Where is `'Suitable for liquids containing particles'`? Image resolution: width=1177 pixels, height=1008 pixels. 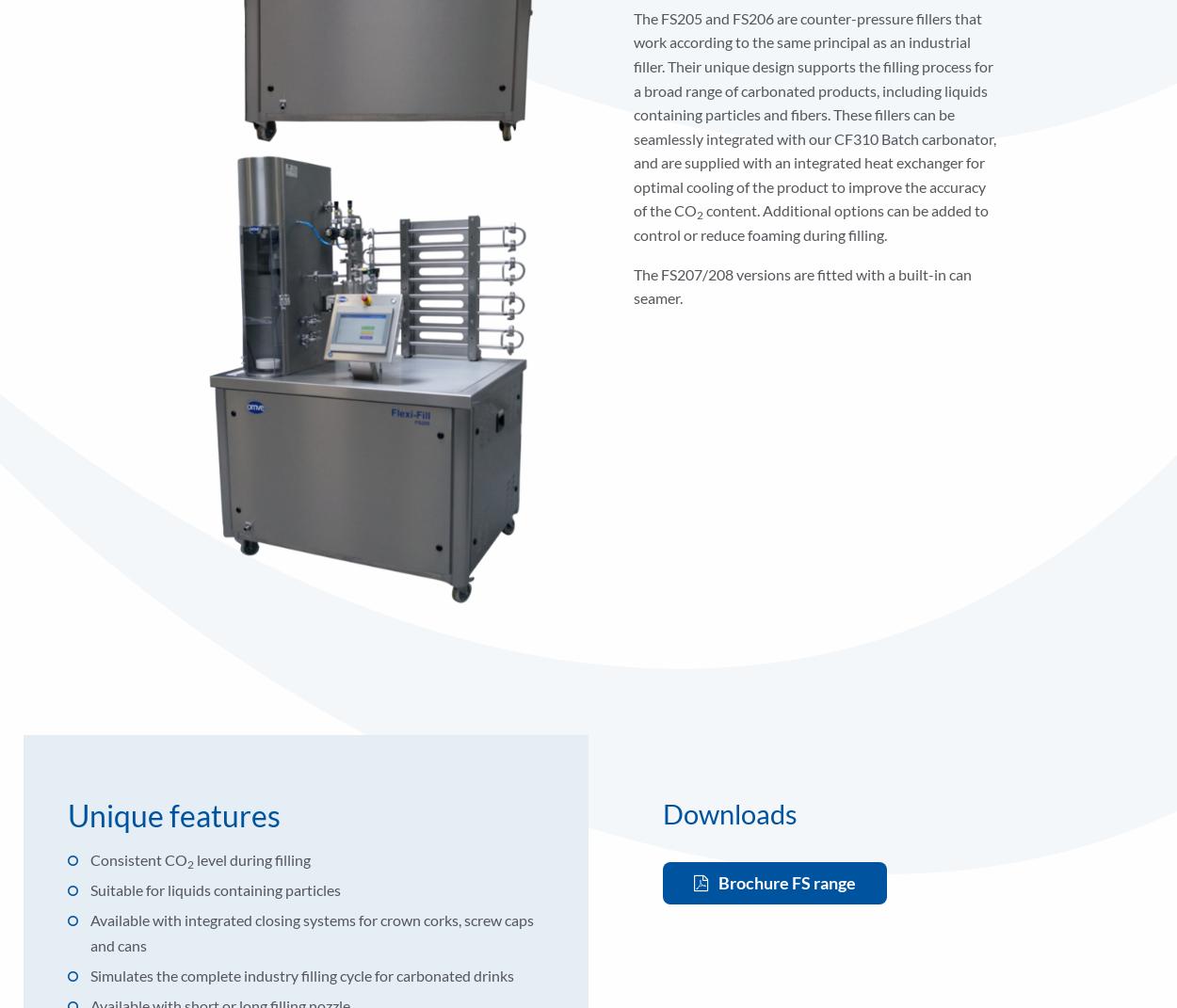
'Suitable for liquids containing particles' is located at coordinates (215, 888).